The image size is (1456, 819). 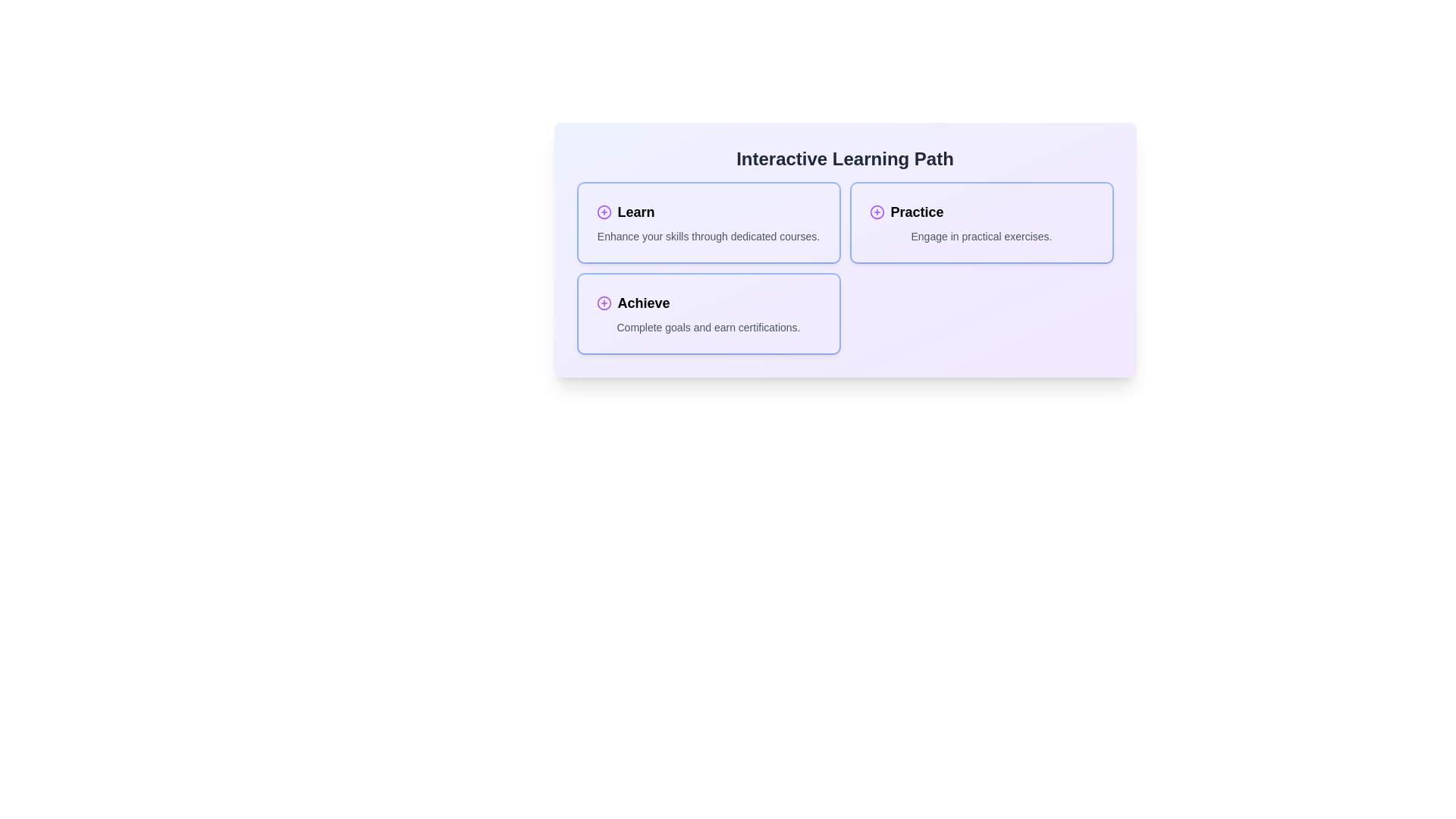 I want to click on the icon representing the functional button for the 'Achieve' section, so click(x=603, y=303).